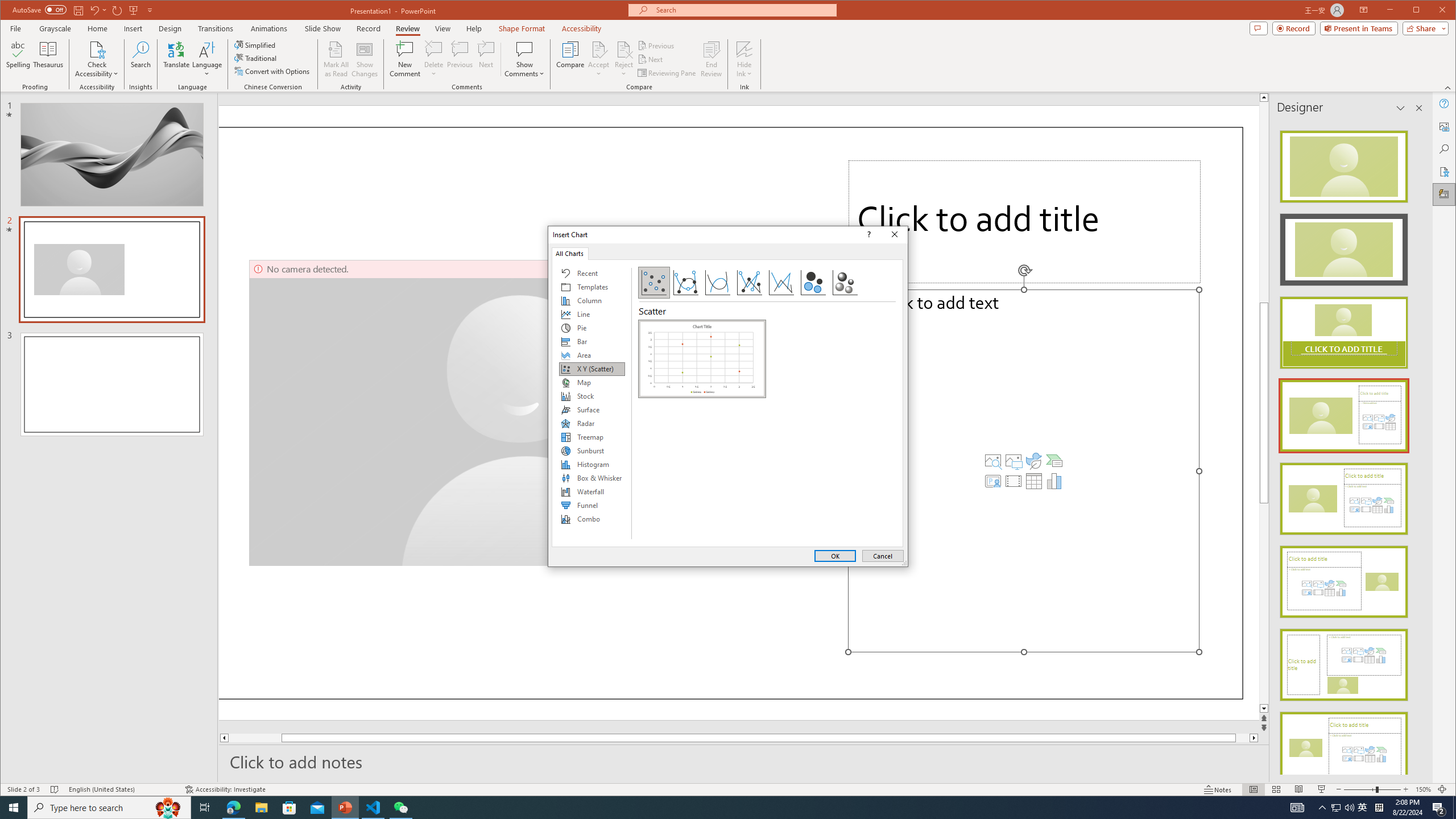 This screenshot has width=1456, height=819. What do you see at coordinates (623, 48) in the screenshot?
I see `'Reject Change'` at bounding box center [623, 48].